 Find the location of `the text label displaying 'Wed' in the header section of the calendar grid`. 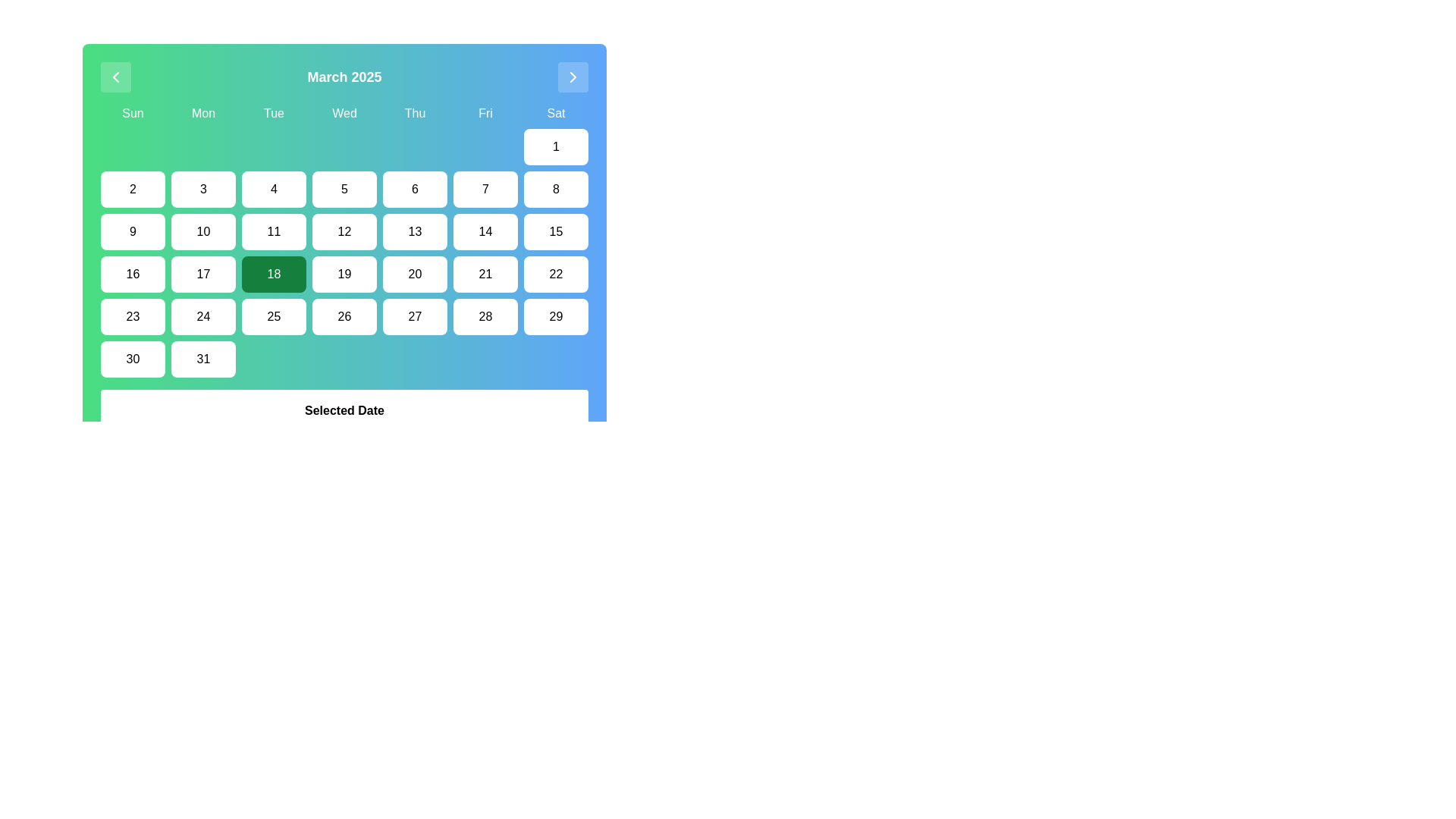

the text label displaying 'Wed' in the header section of the calendar grid is located at coordinates (344, 113).